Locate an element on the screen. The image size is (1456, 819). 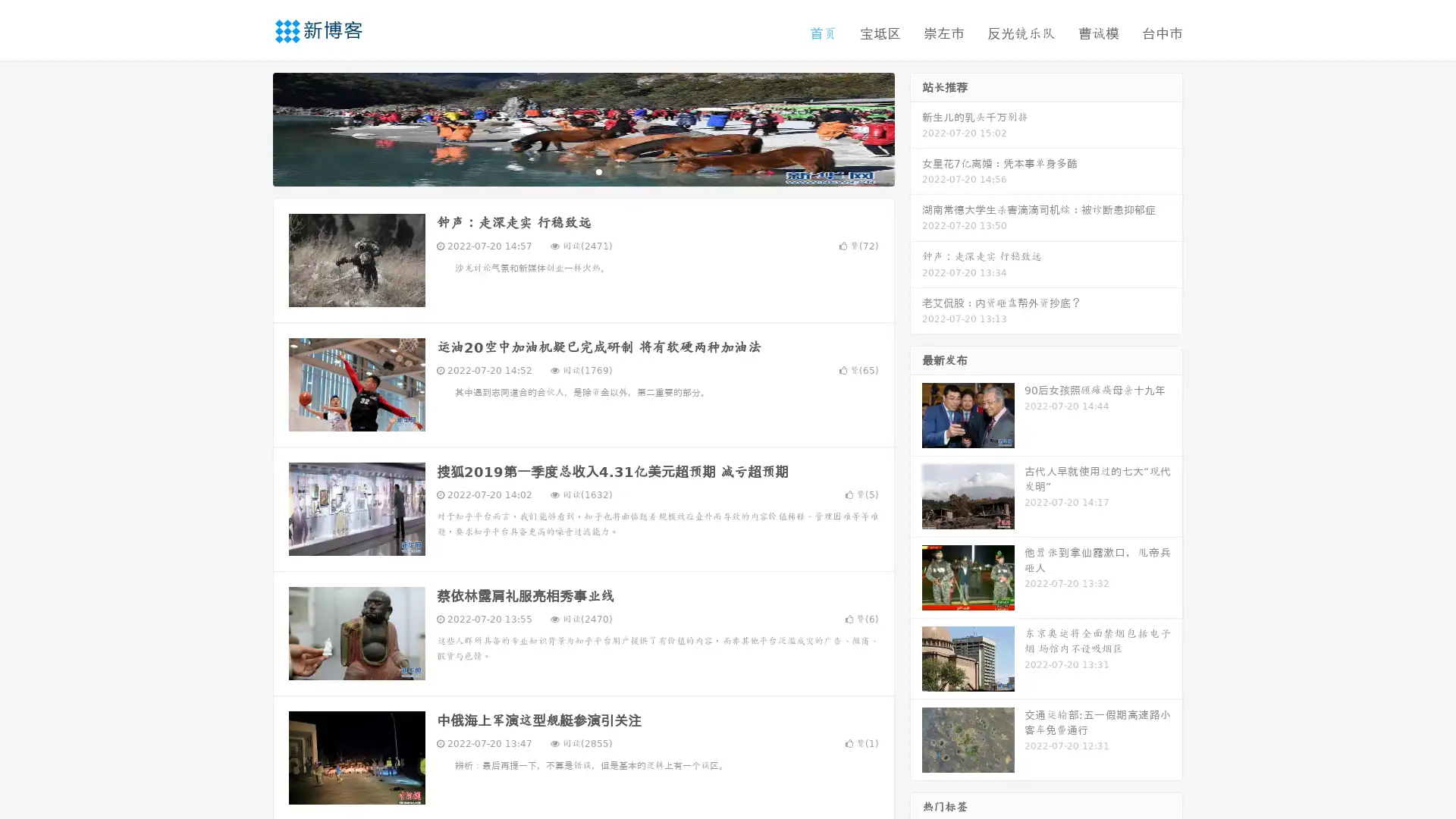
Next slide is located at coordinates (916, 127).